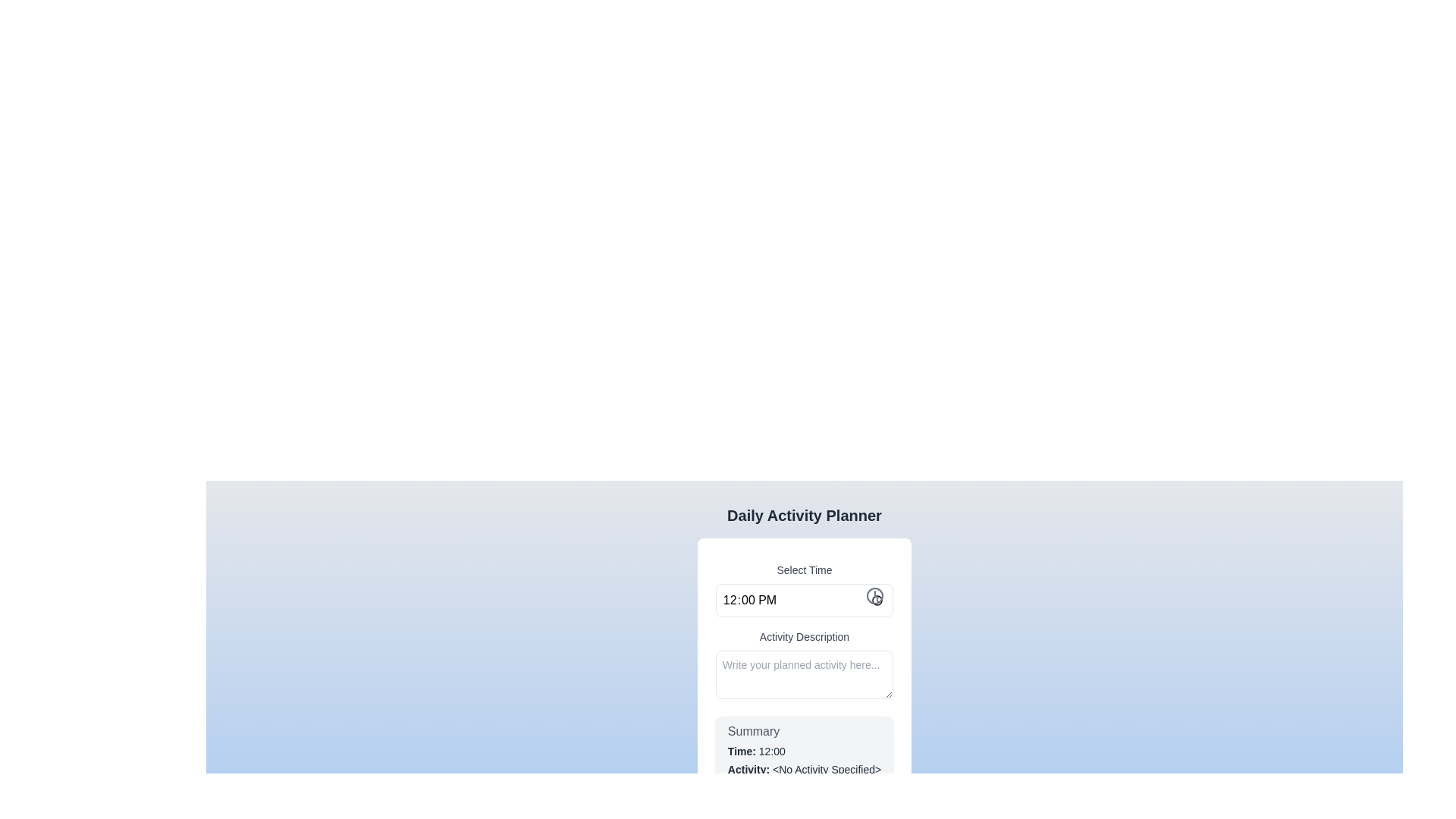 The width and height of the screenshot is (1456, 819). Describe the element at coordinates (875, 595) in the screenshot. I see `the clock icon's circle element located at the top-right corner of the time selection box` at that location.